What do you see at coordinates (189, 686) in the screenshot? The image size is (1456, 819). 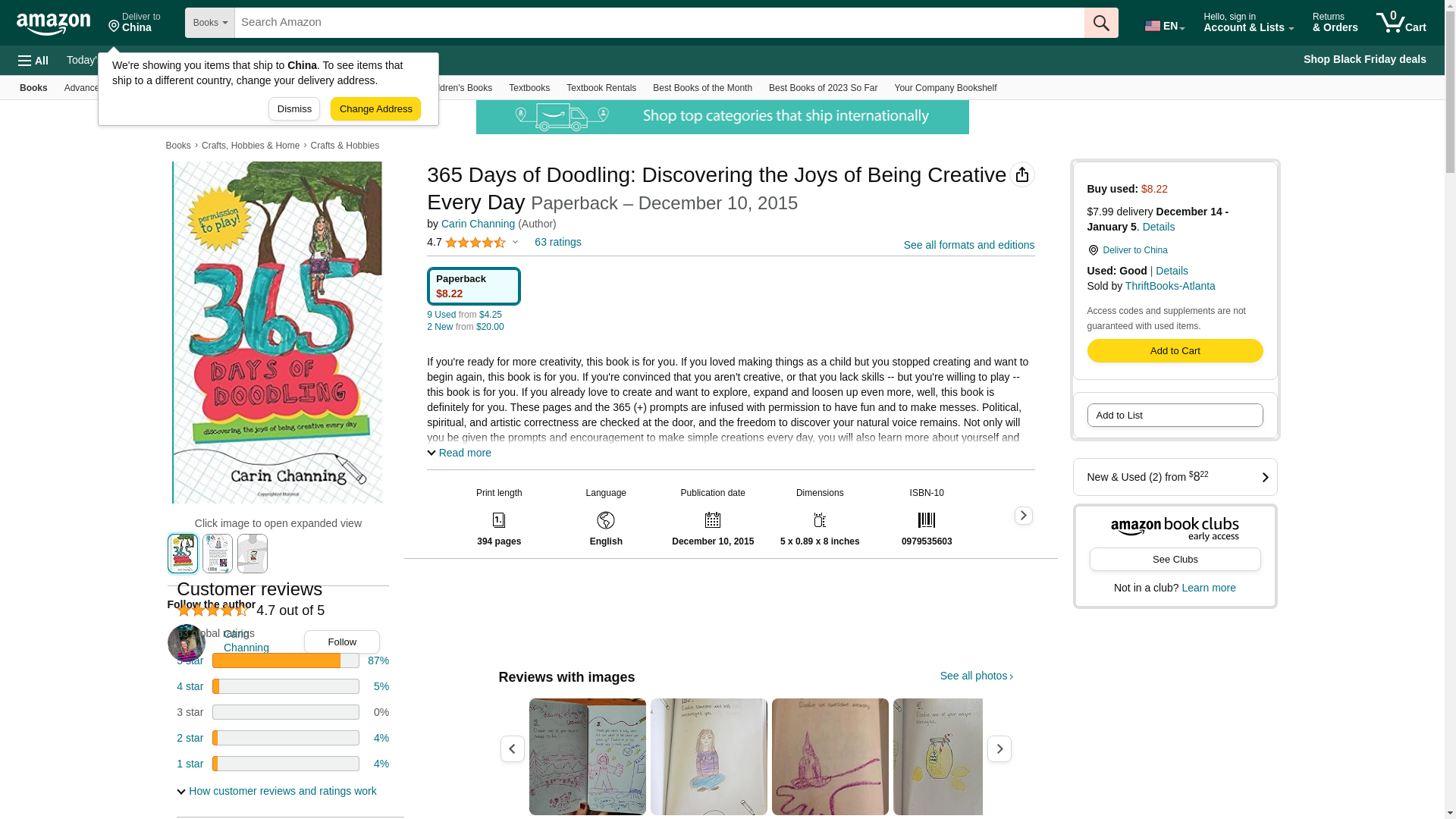 I see `'4 star'` at bounding box center [189, 686].